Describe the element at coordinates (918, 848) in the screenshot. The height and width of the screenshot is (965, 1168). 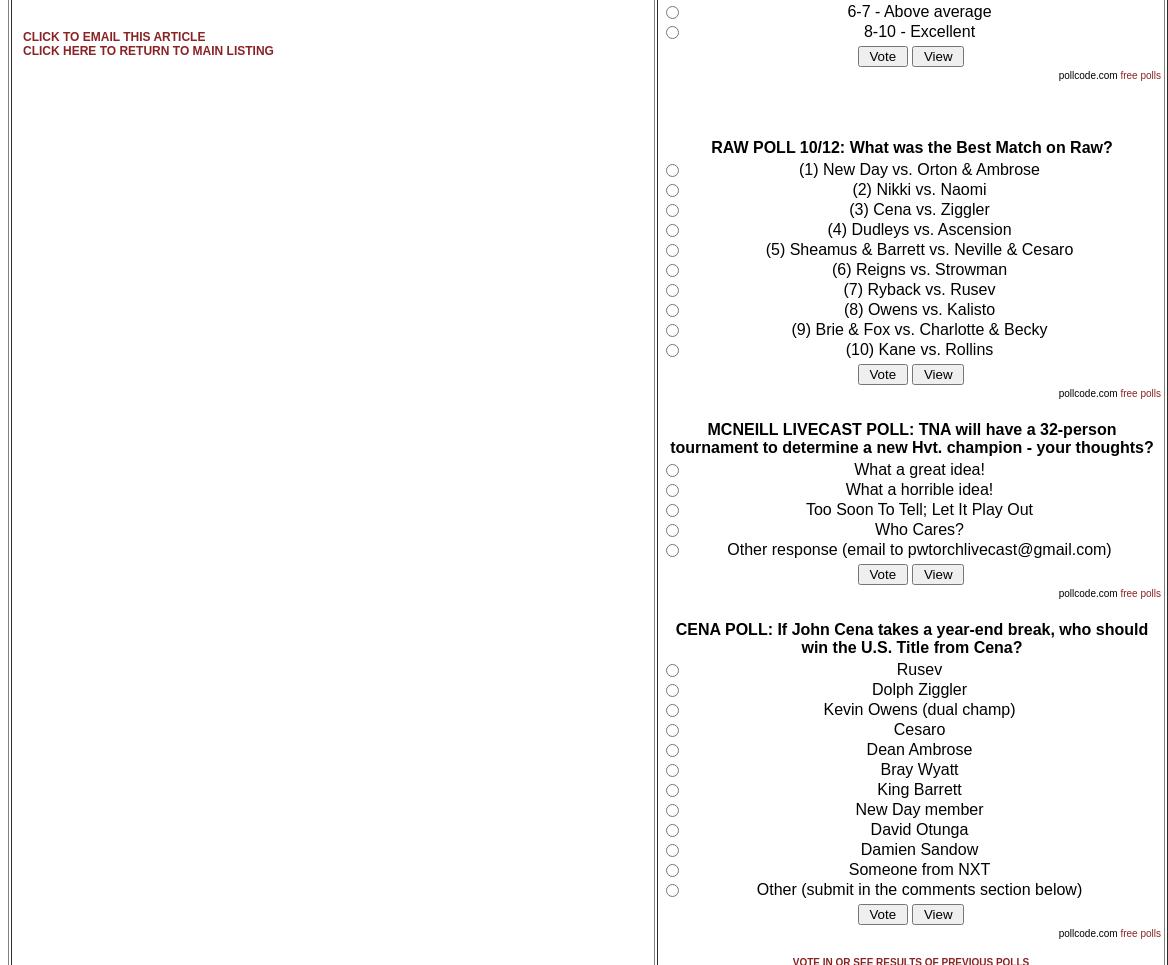
I see `'Damien Sandow'` at that location.